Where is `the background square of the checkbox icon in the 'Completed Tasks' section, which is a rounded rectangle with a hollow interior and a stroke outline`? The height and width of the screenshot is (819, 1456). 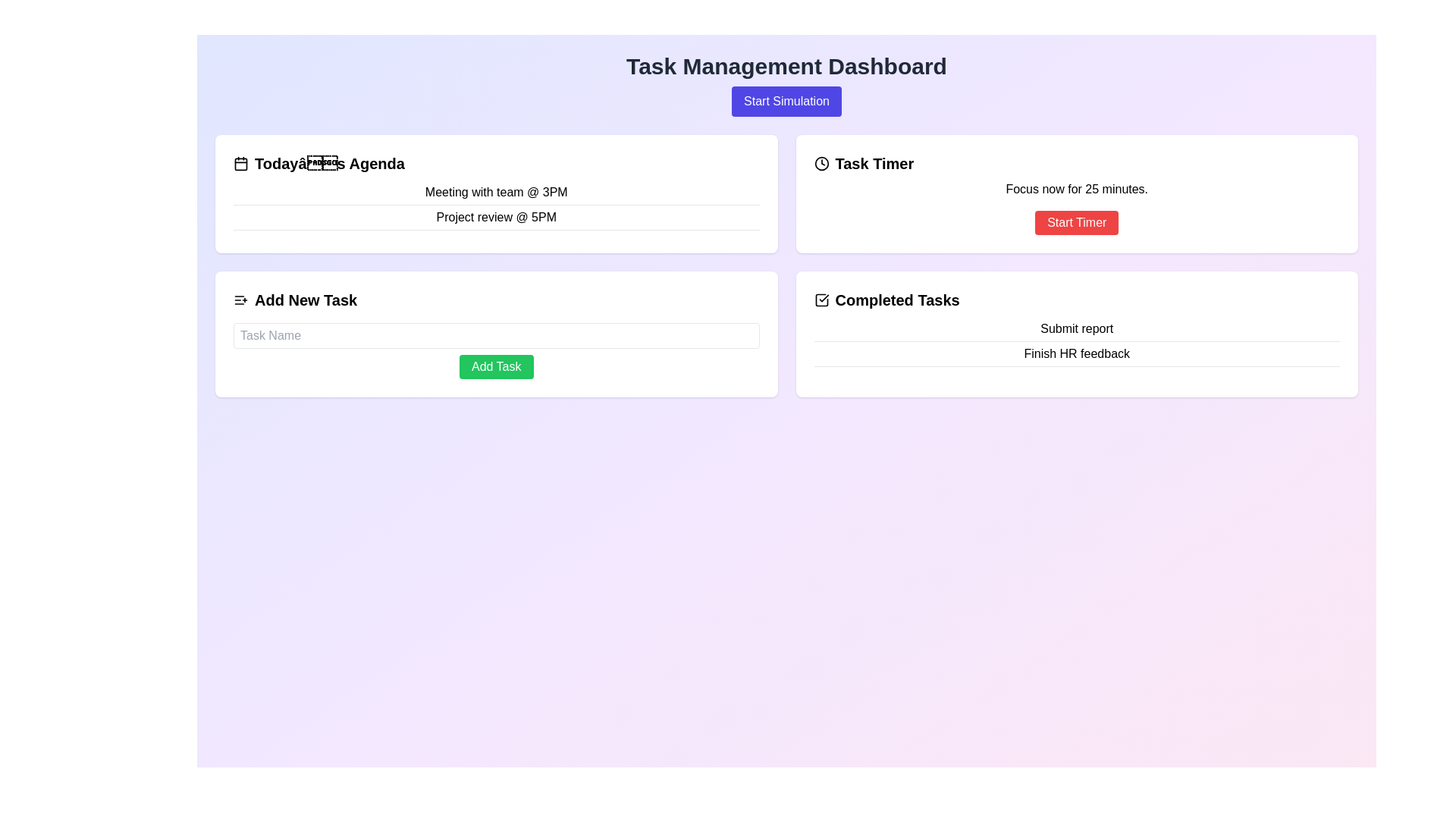
the background square of the checkbox icon in the 'Completed Tasks' section, which is a rounded rectangle with a hollow interior and a stroke outline is located at coordinates (821, 300).